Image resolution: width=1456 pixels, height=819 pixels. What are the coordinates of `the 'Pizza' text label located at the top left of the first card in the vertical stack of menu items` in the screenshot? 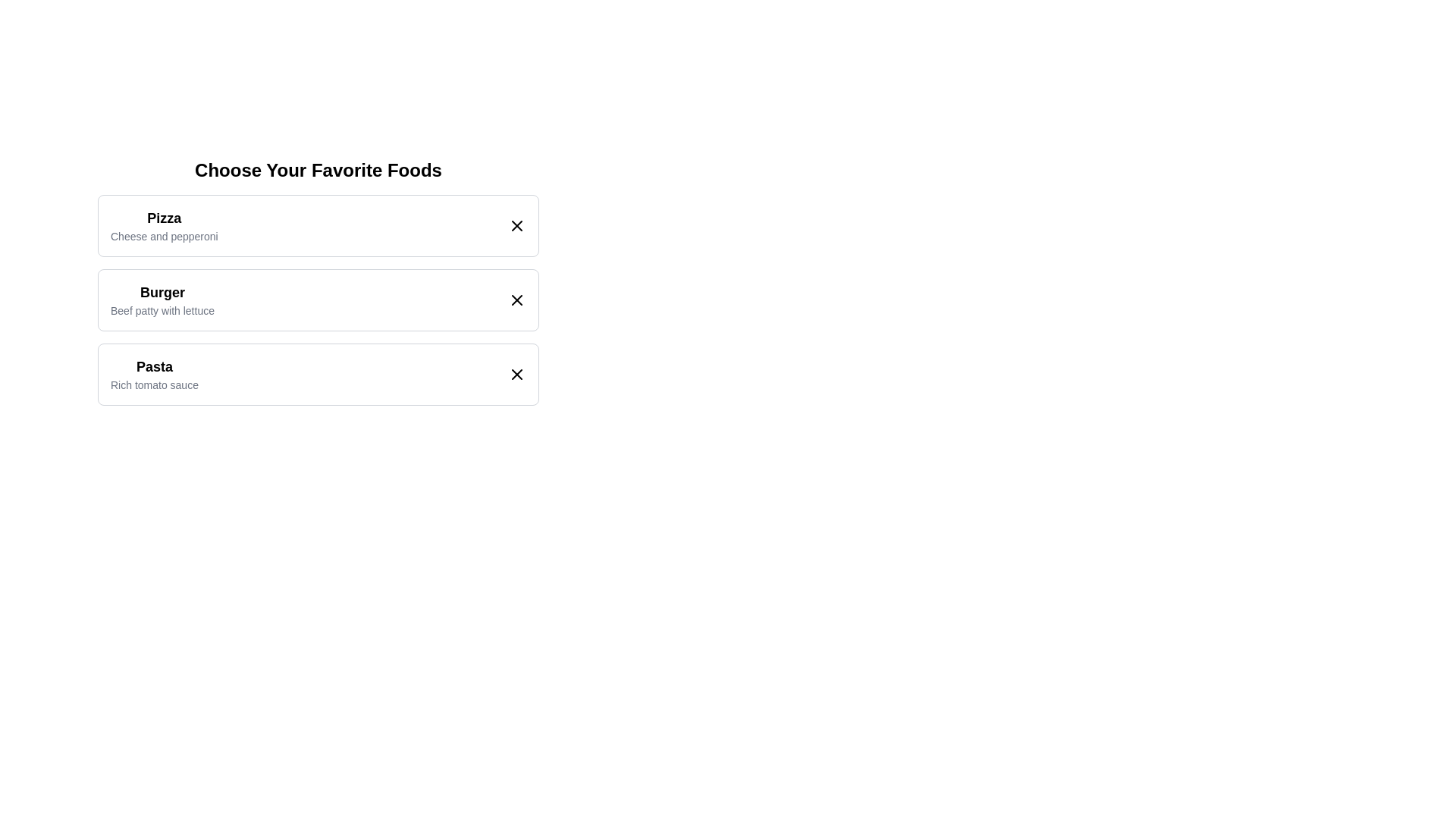 It's located at (164, 218).